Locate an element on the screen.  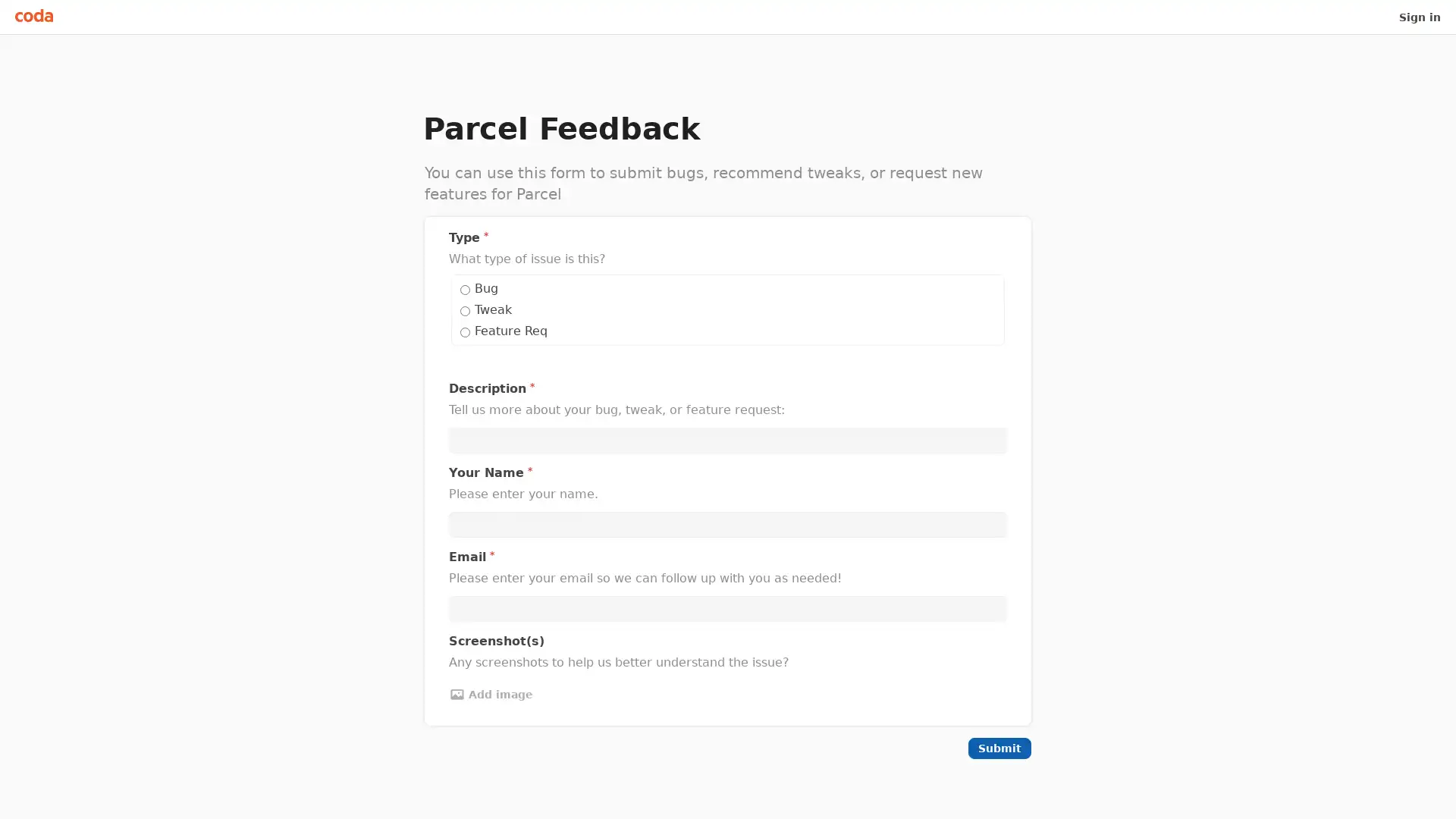
Submit is located at coordinates (999, 747).